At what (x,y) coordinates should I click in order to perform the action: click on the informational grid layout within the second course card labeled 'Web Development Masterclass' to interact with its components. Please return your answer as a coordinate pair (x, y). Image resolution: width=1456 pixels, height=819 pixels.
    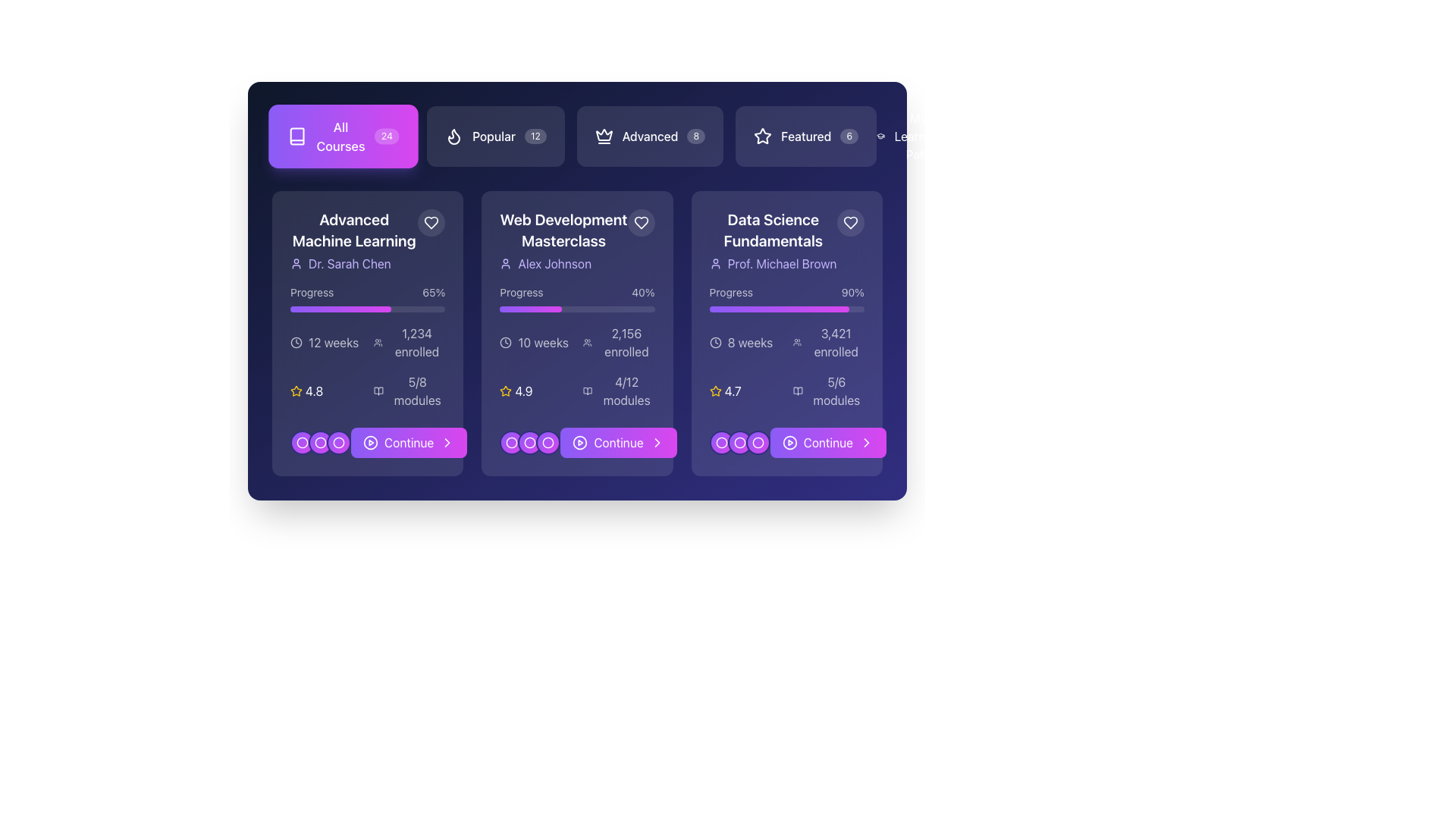
    Looking at the image, I should click on (576, 366).